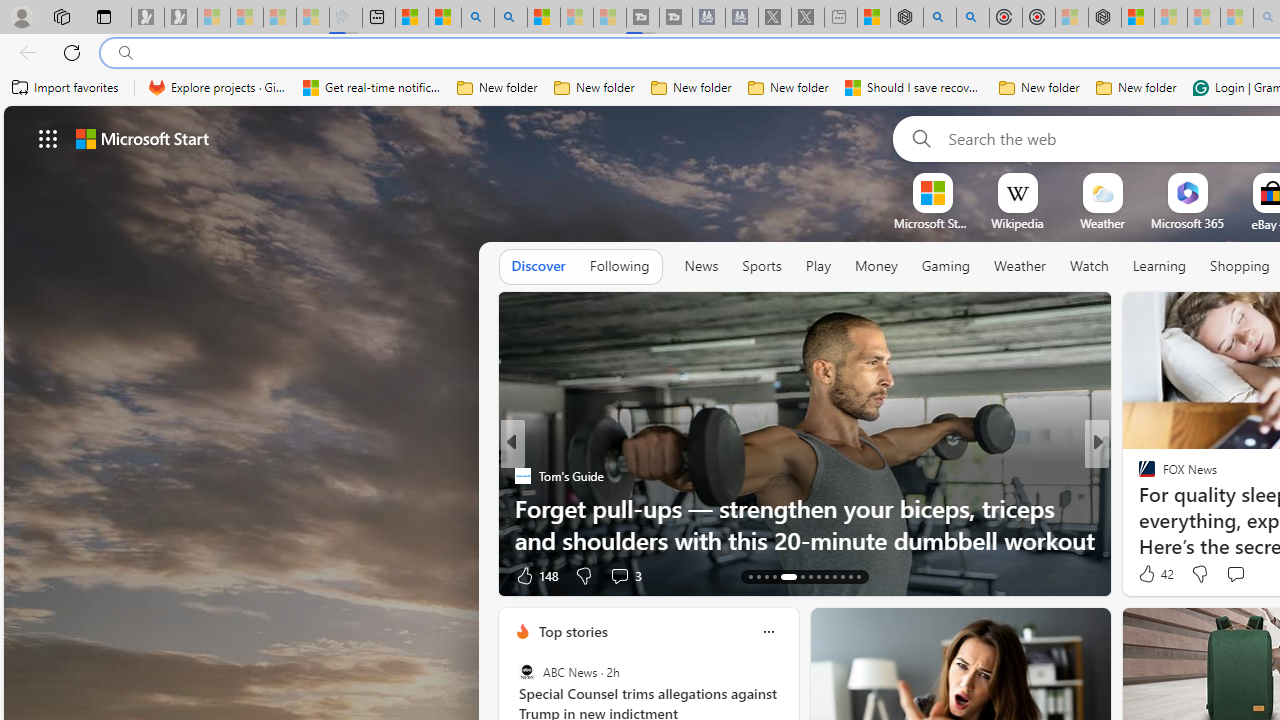 This screenshot has height=720, width=1280. I want to click on 'Newsletter Sign Up - Sleeping', so click(181, 17).